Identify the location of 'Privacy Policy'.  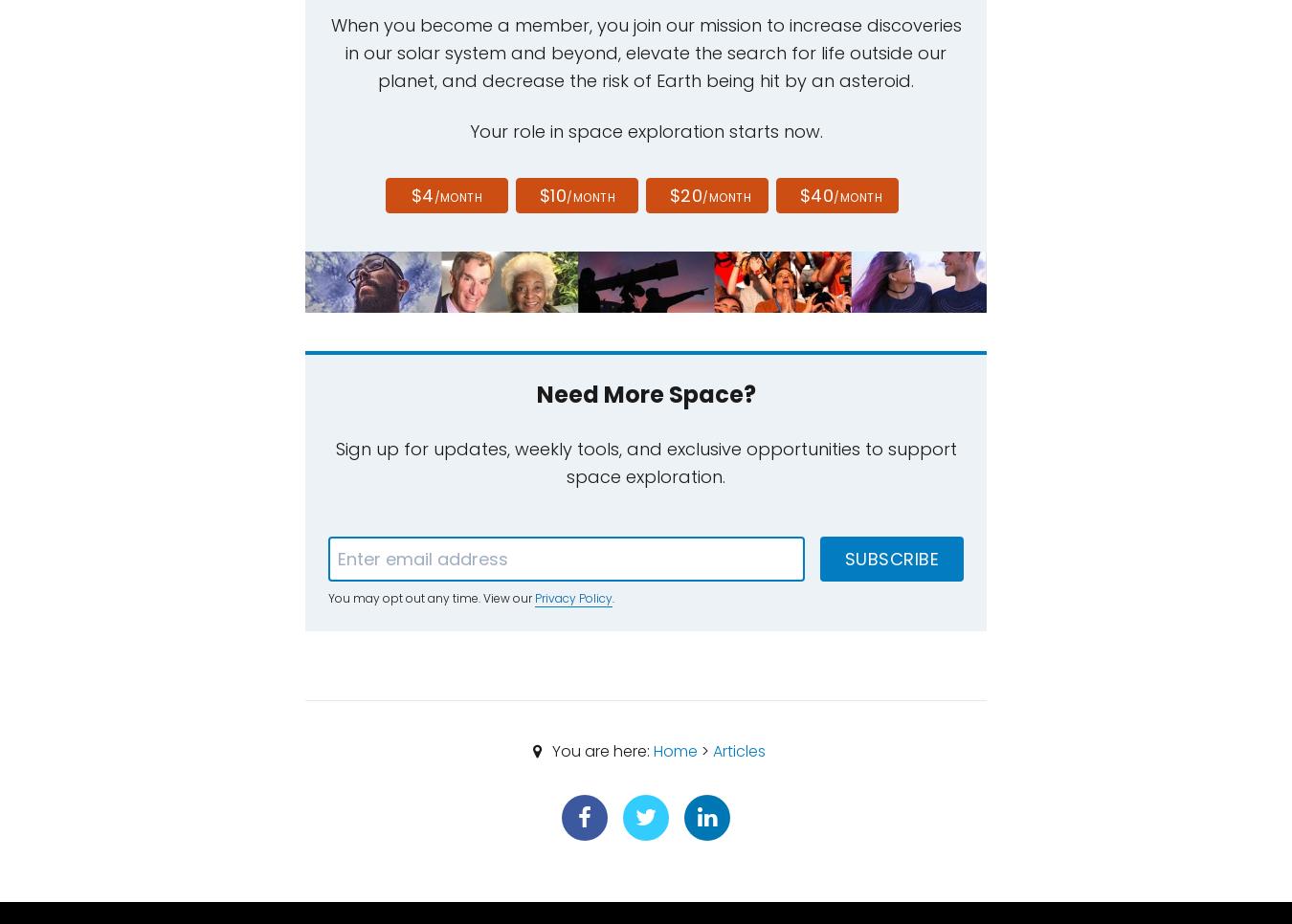
(573, 597).